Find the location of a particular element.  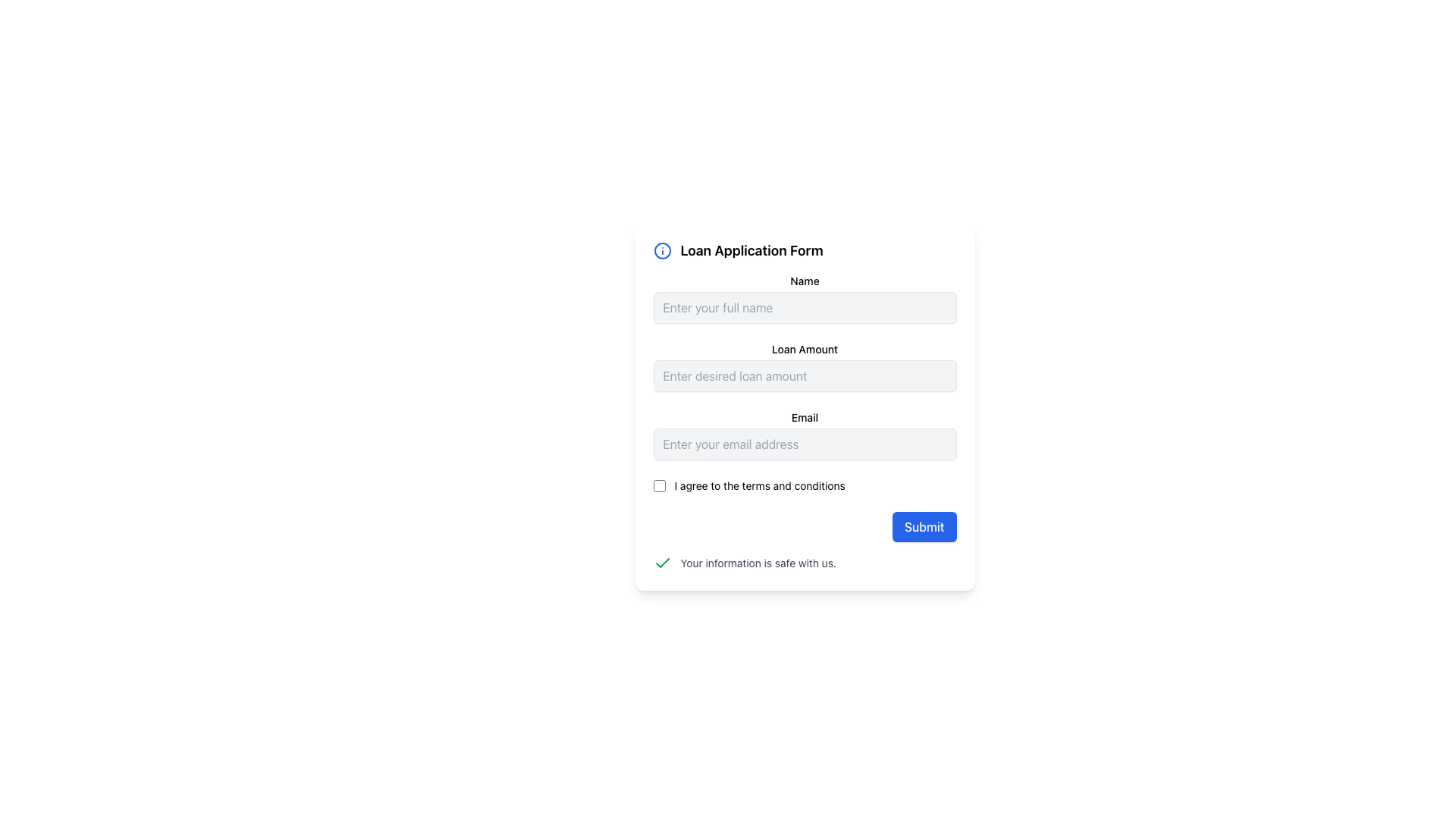

the outermost circular graphical icon with a blue border and white fill, located to the left of the 'Loan Application Form' header text is located at coordinates (662, 250).